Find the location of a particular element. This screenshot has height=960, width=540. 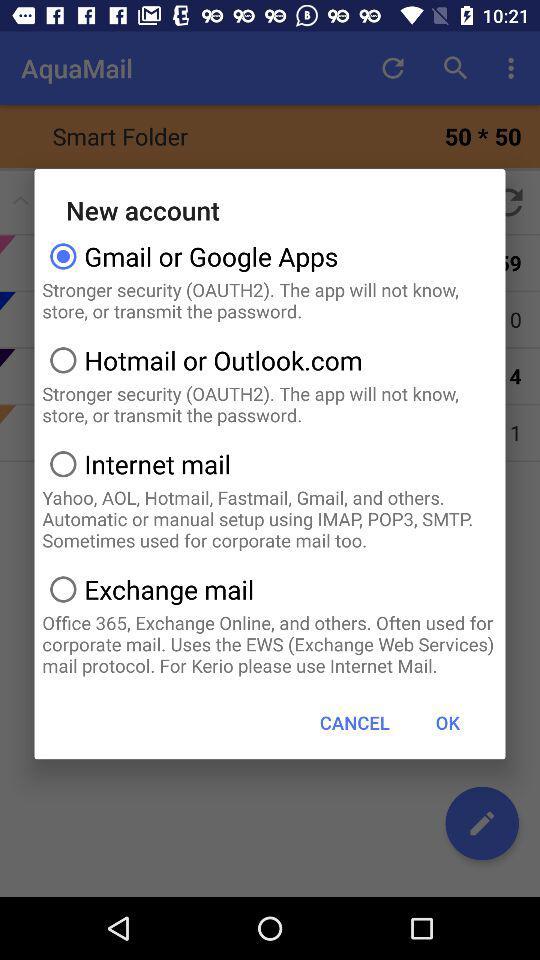

button next to the ok icon is located at coordinates (353, 721).